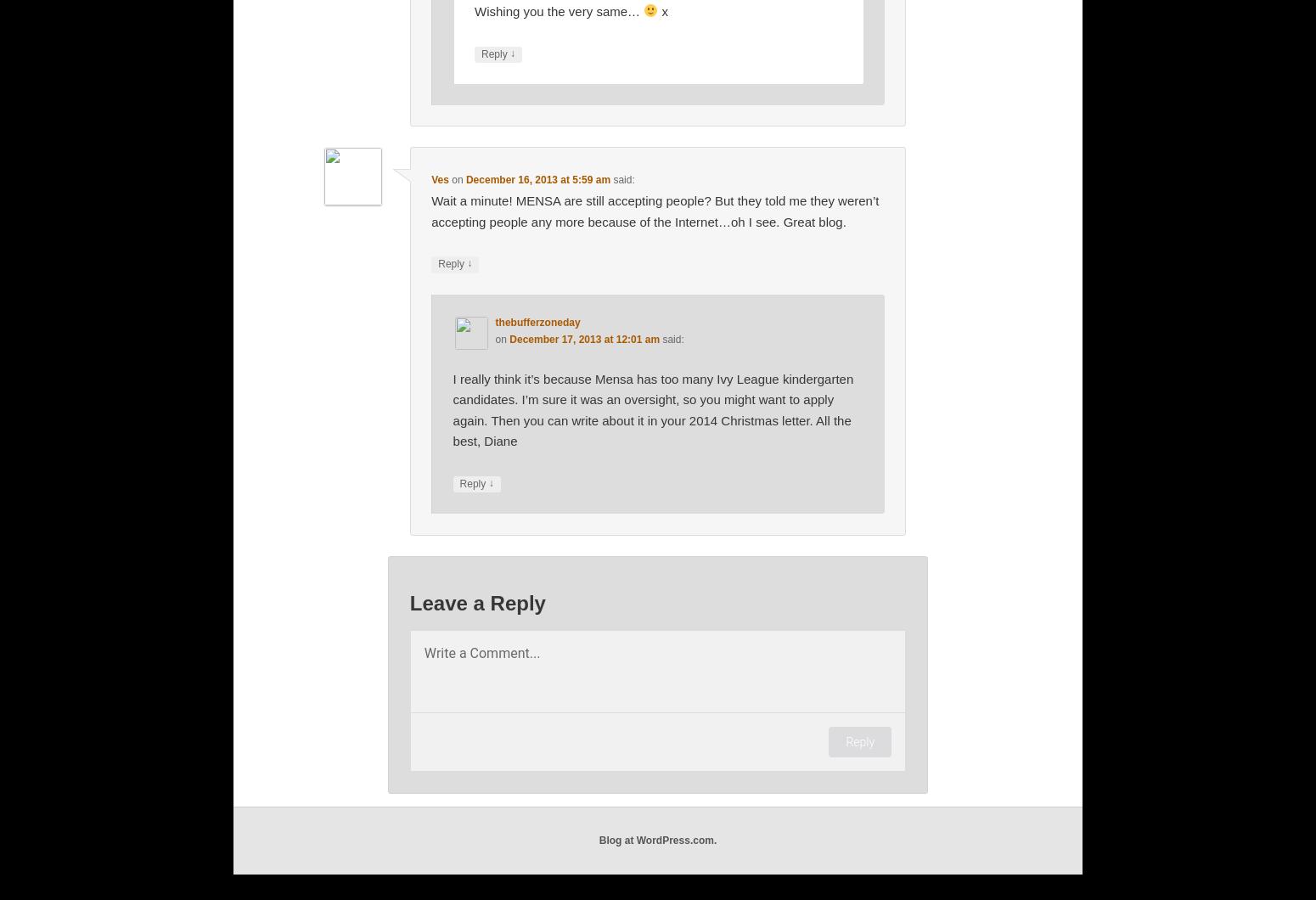 This screenshot has width=1316, height=900. Describe the element at coordinates (439, 178) in the screenshot. I see `'Ves'` at that location.